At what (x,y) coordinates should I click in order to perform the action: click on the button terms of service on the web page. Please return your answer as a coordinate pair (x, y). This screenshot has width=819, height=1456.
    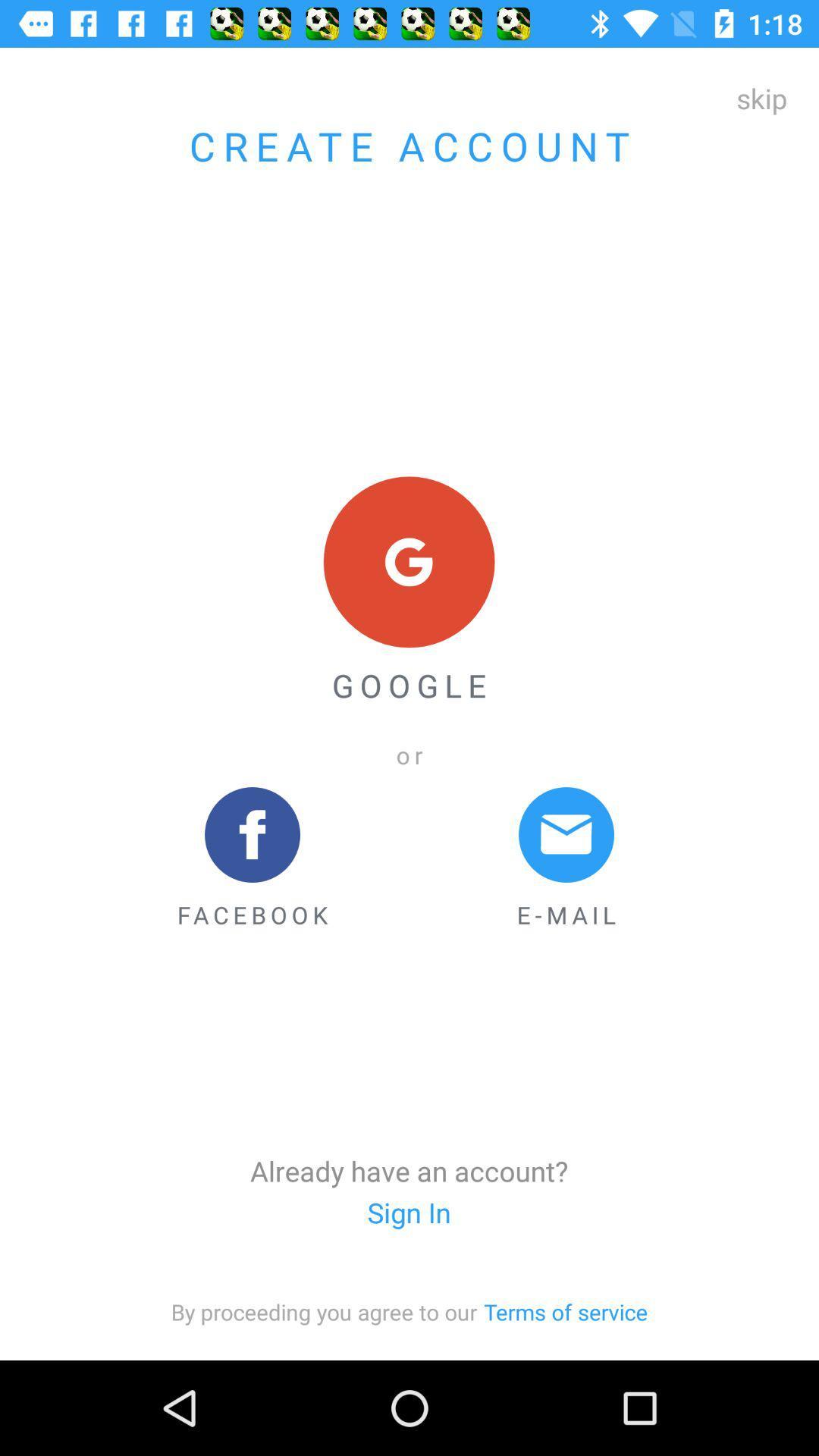
    Looking at the image, I should click on (565, 1310).